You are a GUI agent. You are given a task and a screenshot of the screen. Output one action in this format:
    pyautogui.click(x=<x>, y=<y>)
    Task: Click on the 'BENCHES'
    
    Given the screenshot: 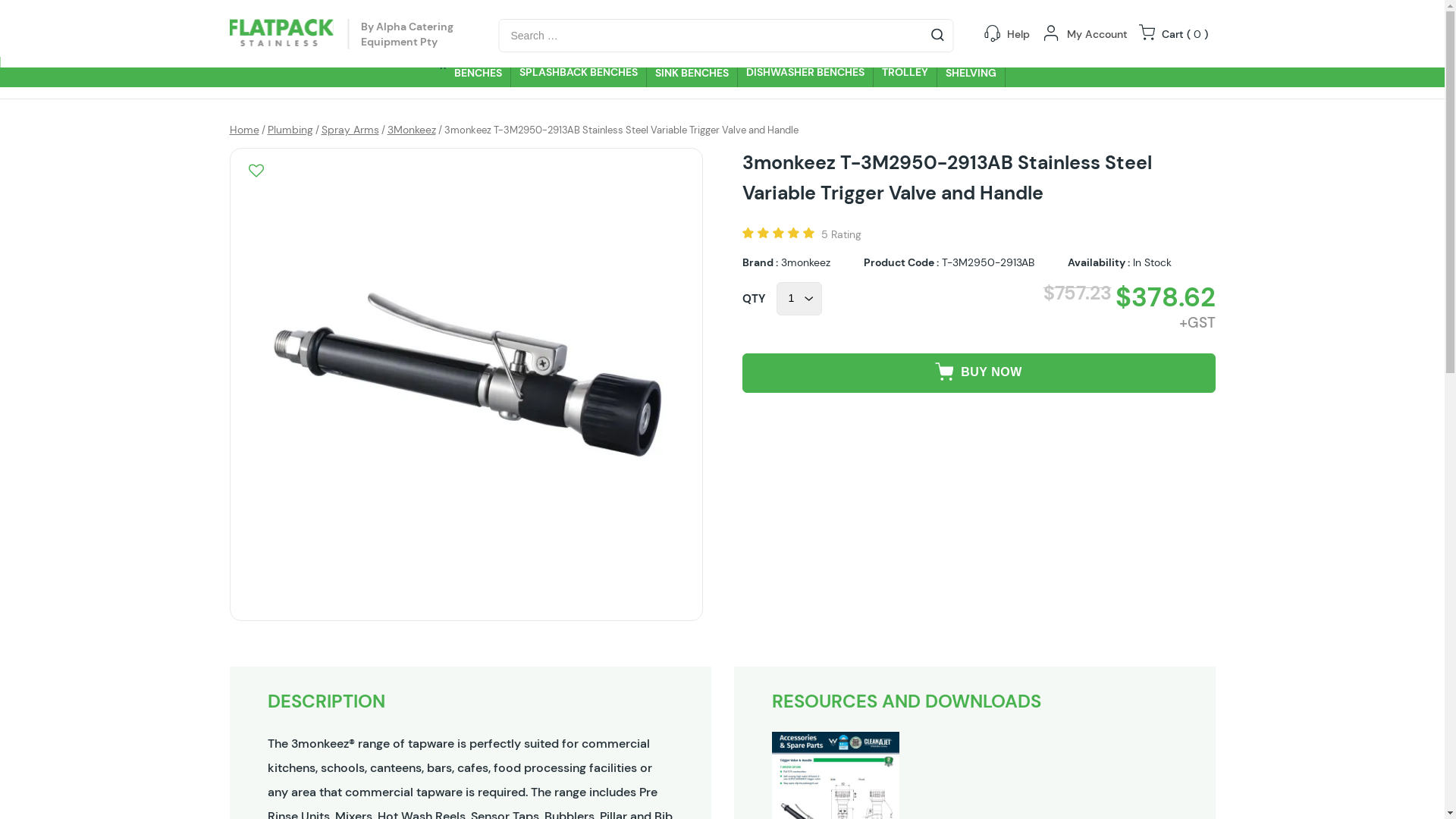 What is the action you would take?
    pyautogui.click(x=477, y=72)
    